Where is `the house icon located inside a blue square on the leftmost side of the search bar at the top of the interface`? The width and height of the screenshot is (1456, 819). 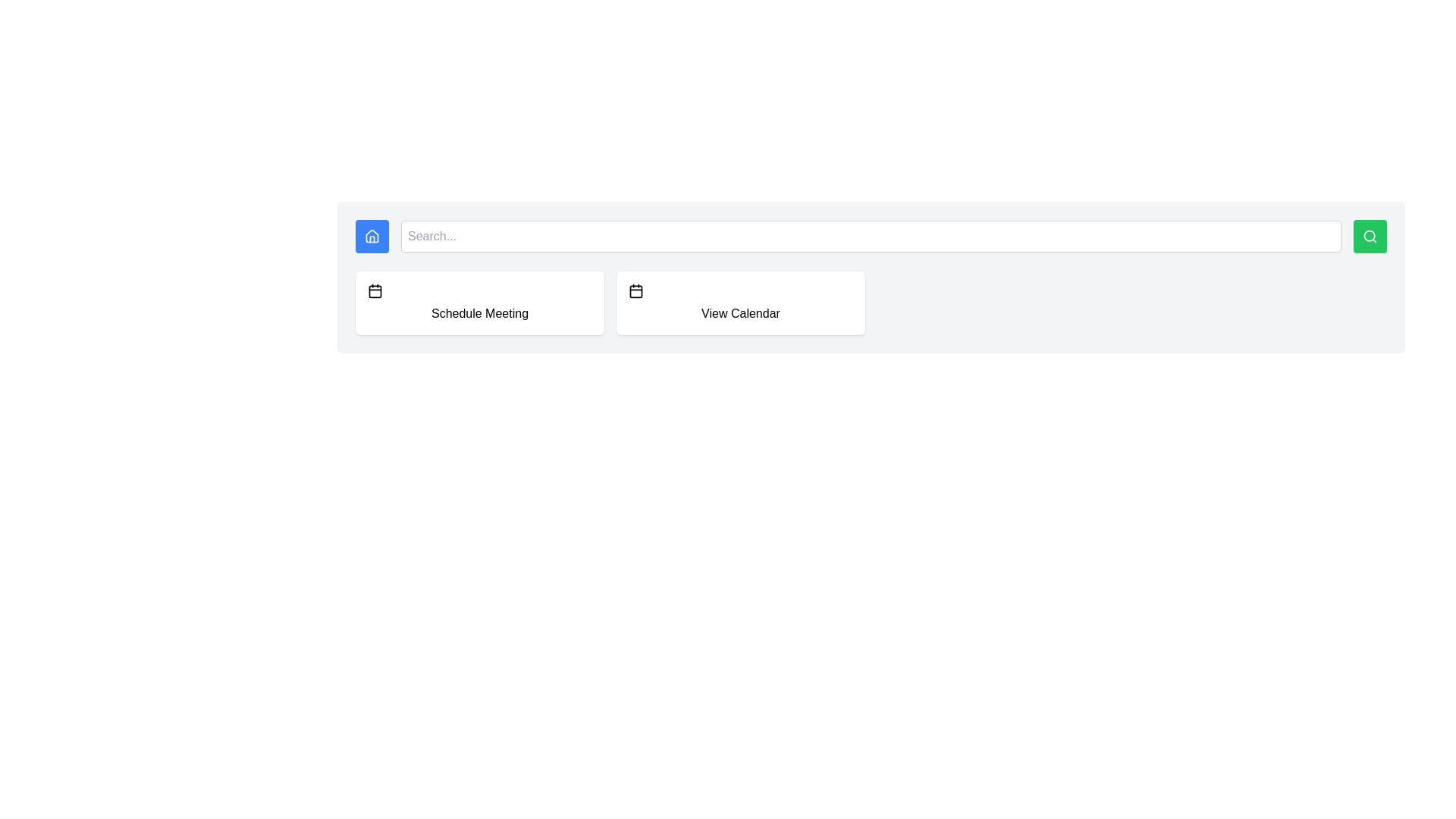
the house icon located inside a blue square on the leftmost side of the search bar at the top of the interface is located at coordinates (372, 236).